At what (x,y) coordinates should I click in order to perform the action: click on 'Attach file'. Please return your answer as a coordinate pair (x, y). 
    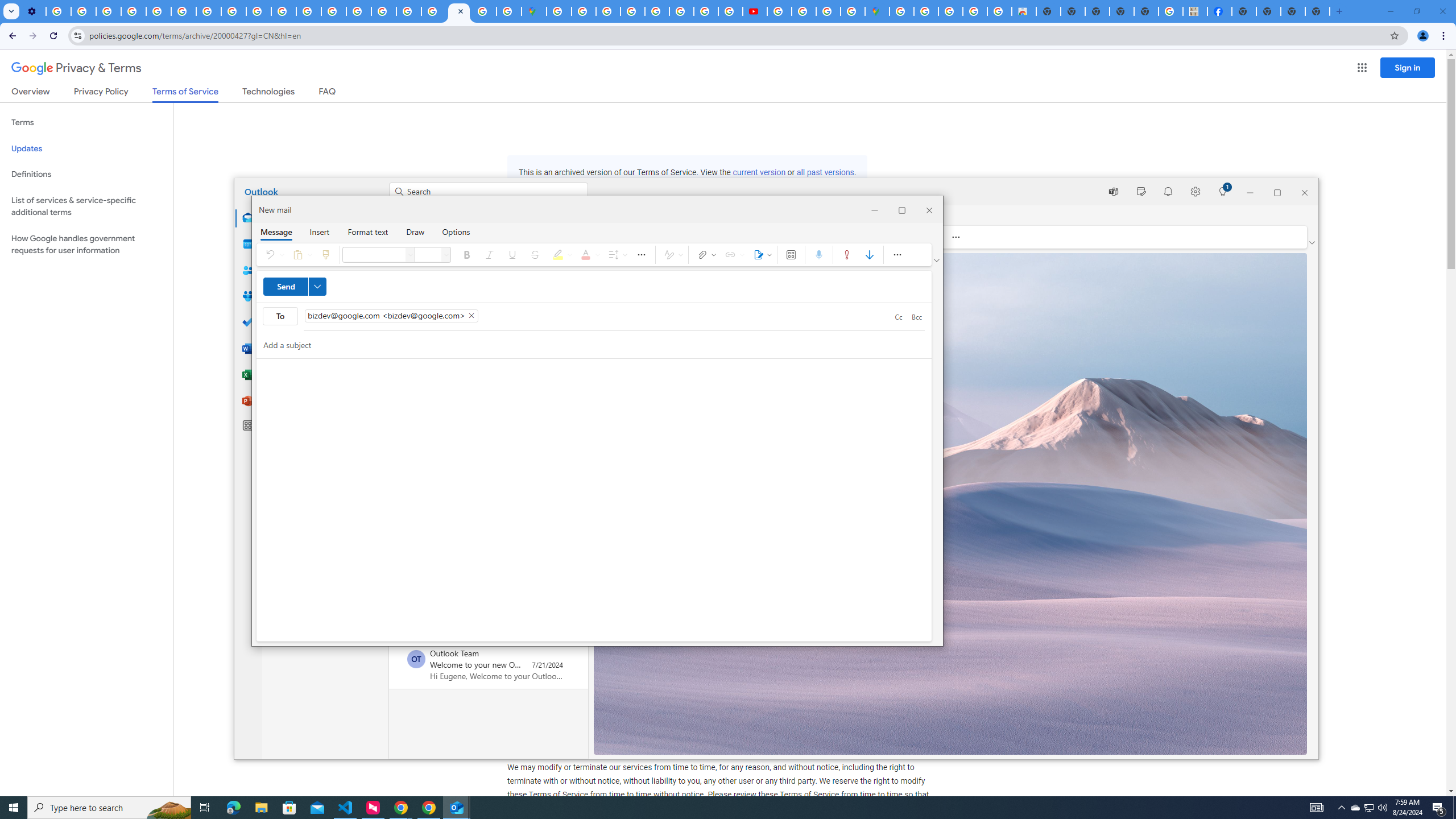
    Looking at the image, I should click on (705, 254).